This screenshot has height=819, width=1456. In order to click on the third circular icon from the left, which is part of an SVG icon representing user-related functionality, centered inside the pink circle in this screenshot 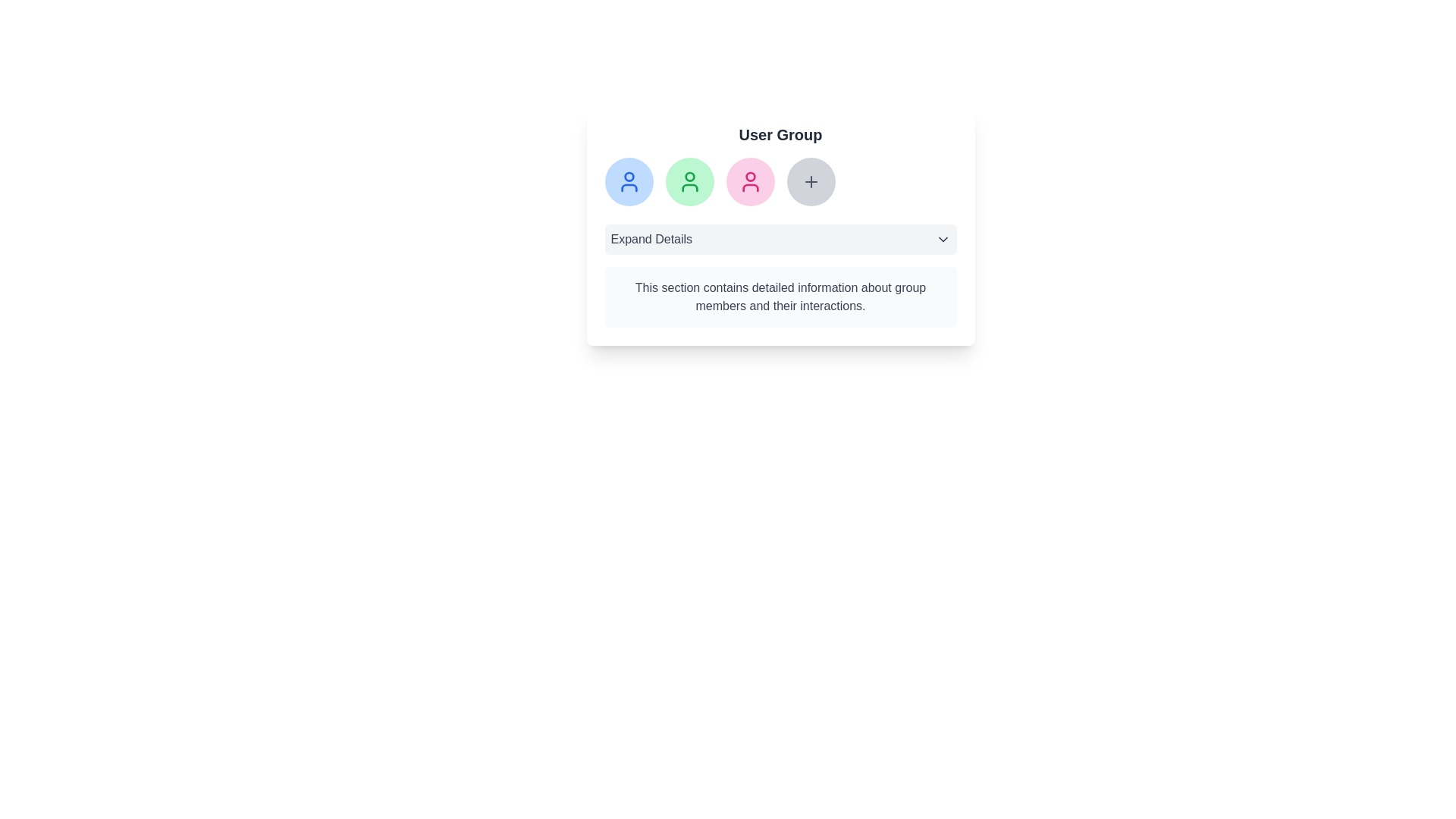, I will do `click(750, 187)`.